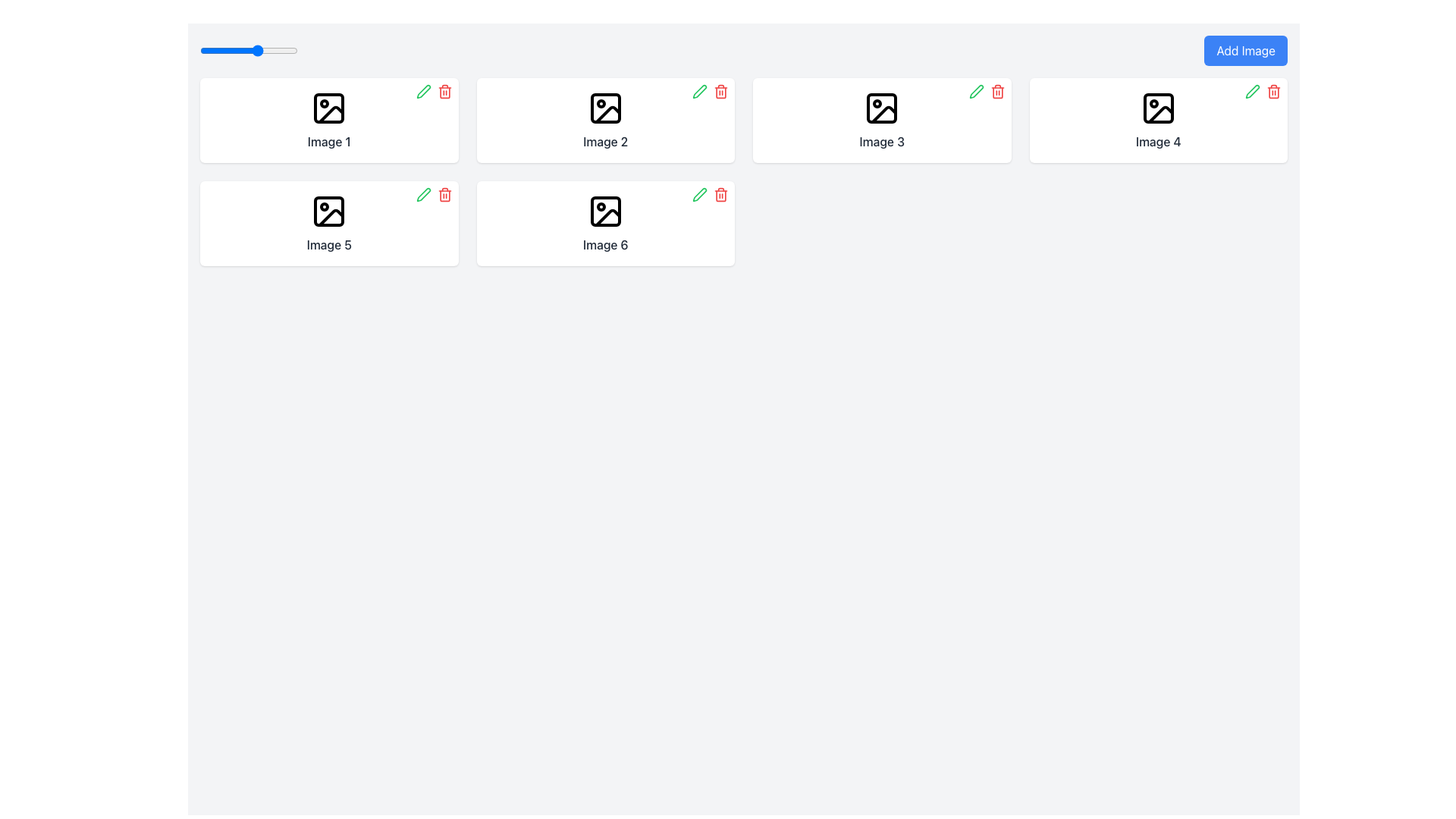 The image size is (1456, 819). Describe the element at coordinates (604, 211) in the screenshot. I see `the icon element depicting an image with a small circular detail in its top-left corner, which is part of the 'Image 6' card located in the bottom-right position of a 2x3 grid layout` at that location.